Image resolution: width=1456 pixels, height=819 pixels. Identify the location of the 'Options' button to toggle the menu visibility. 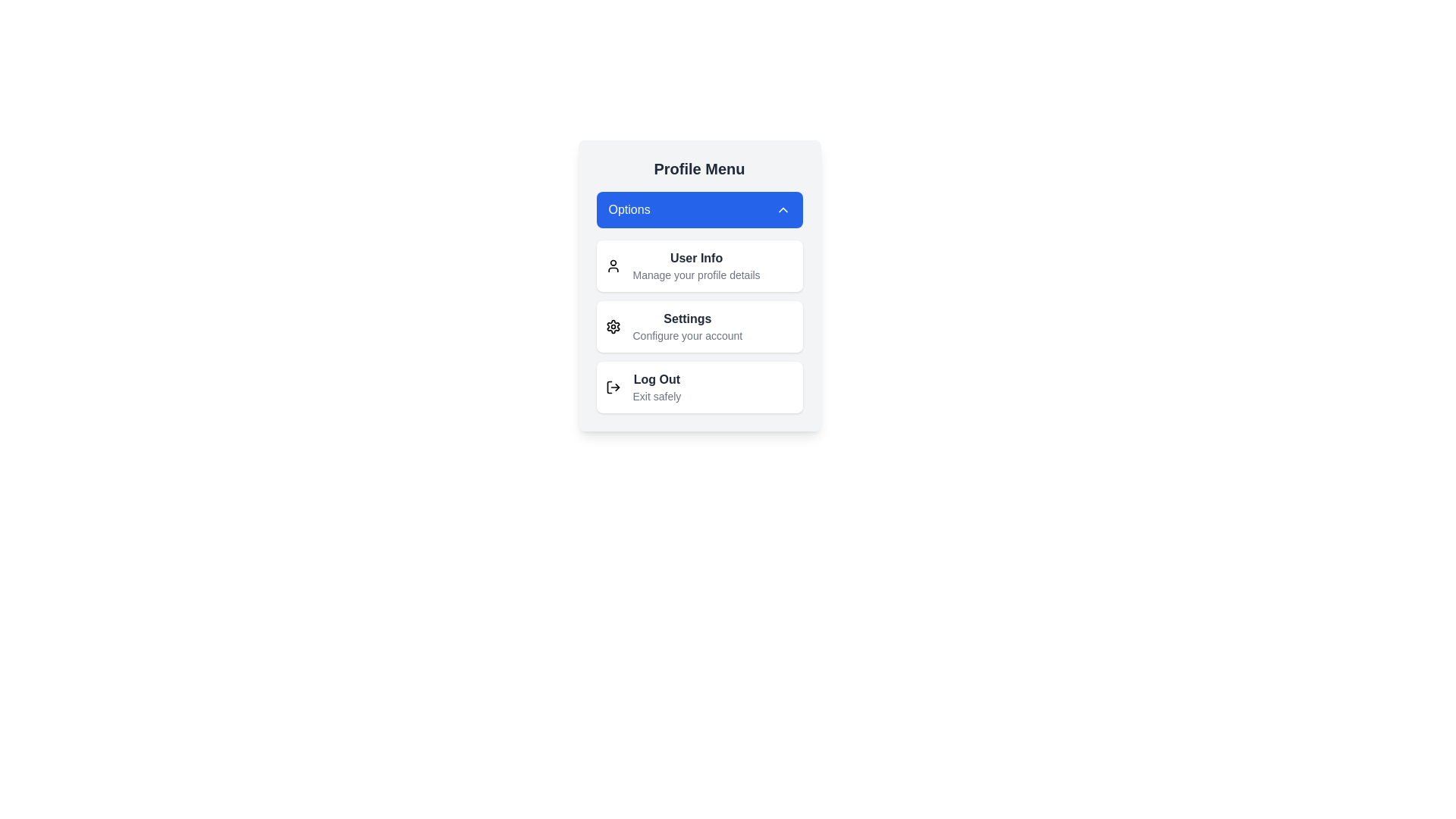
(698, 210).